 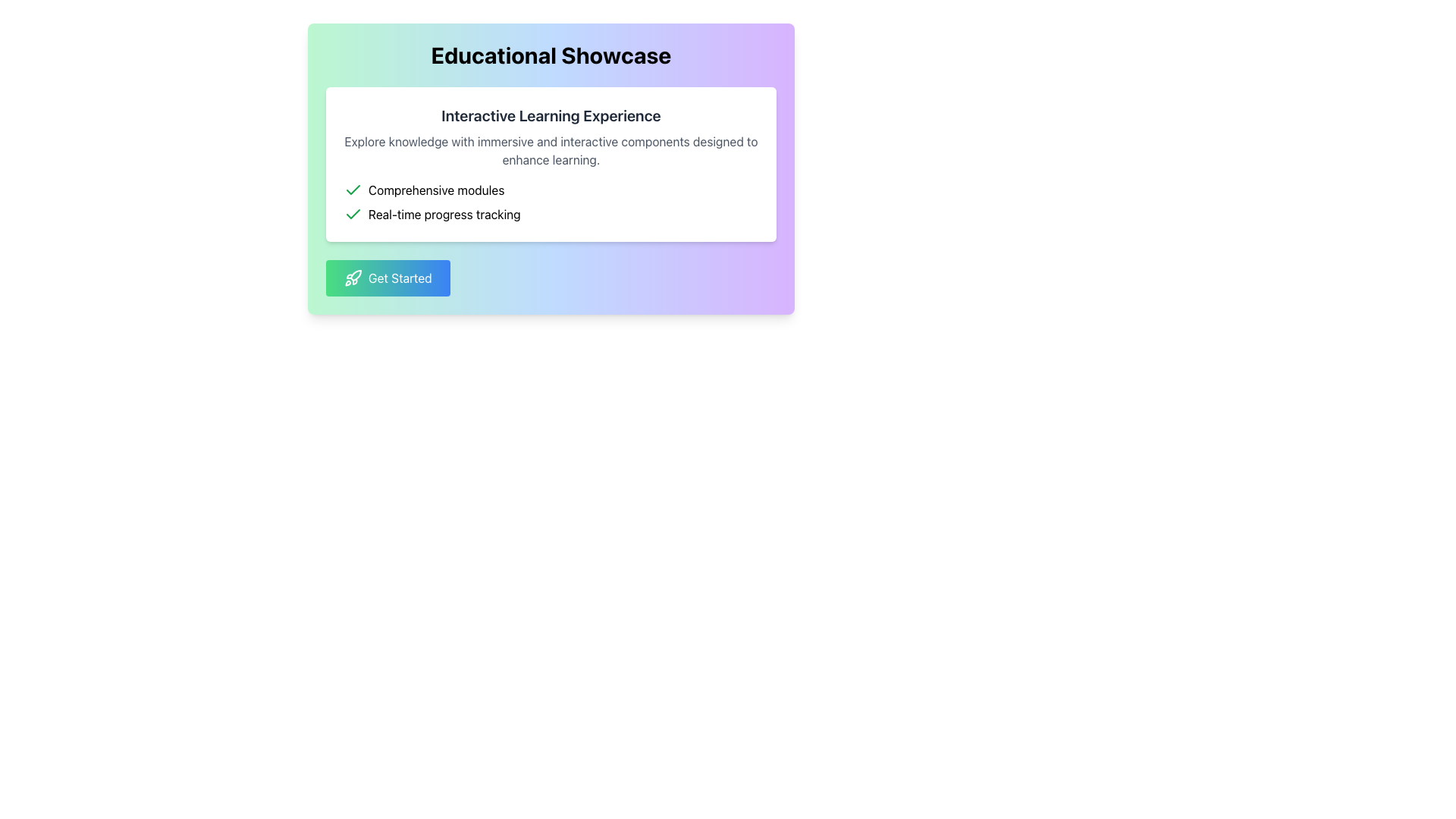 What do you see at coordinates (400, 278) in the screenshot?
I see `the static text label within the button located at the bottom of the main card interface` at bounding box center [400, 278].